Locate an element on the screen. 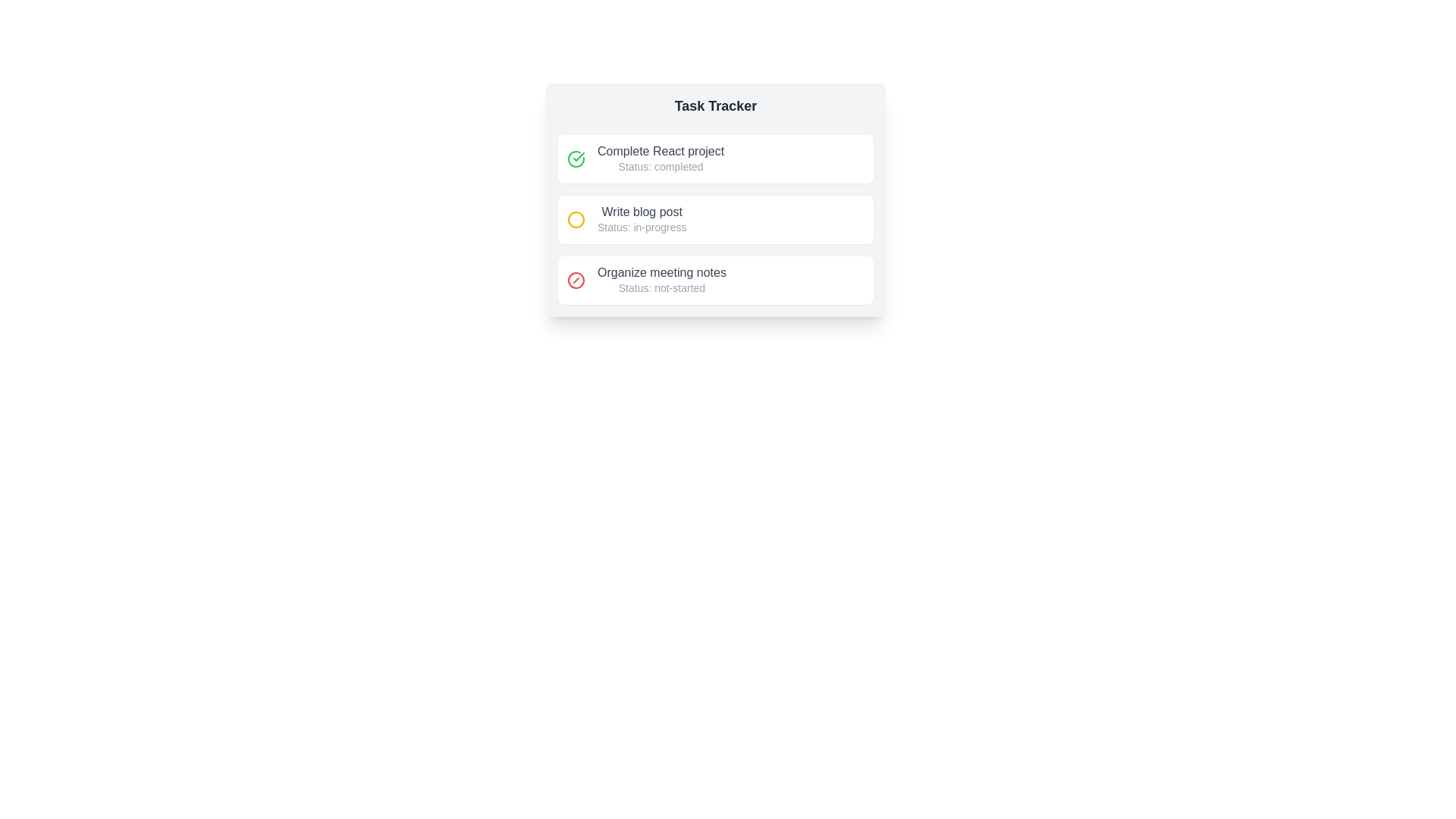  the second task entry is located at coordinates (715, 219).